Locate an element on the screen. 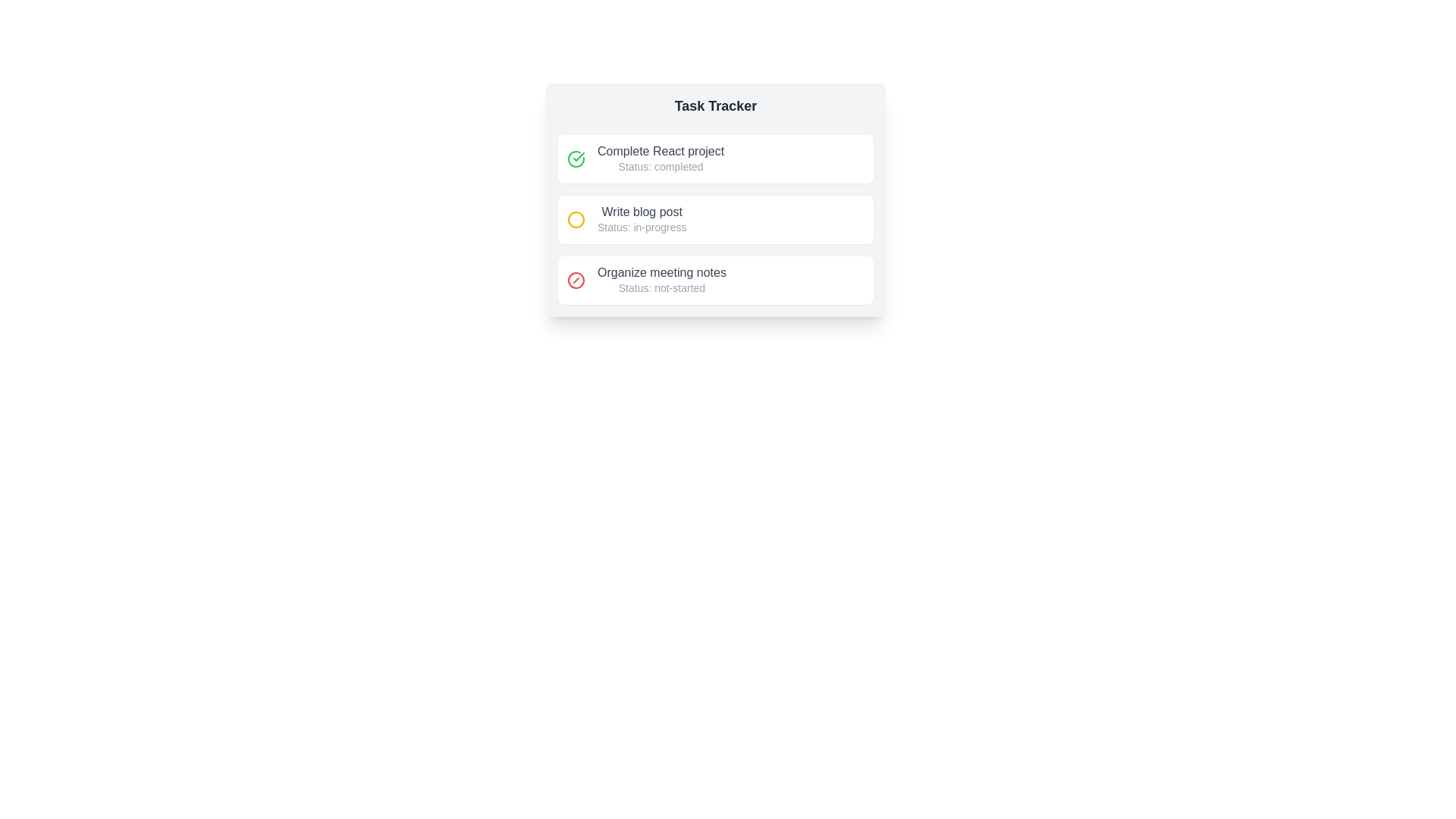  the second task entry is located at coordinates (715, 219).